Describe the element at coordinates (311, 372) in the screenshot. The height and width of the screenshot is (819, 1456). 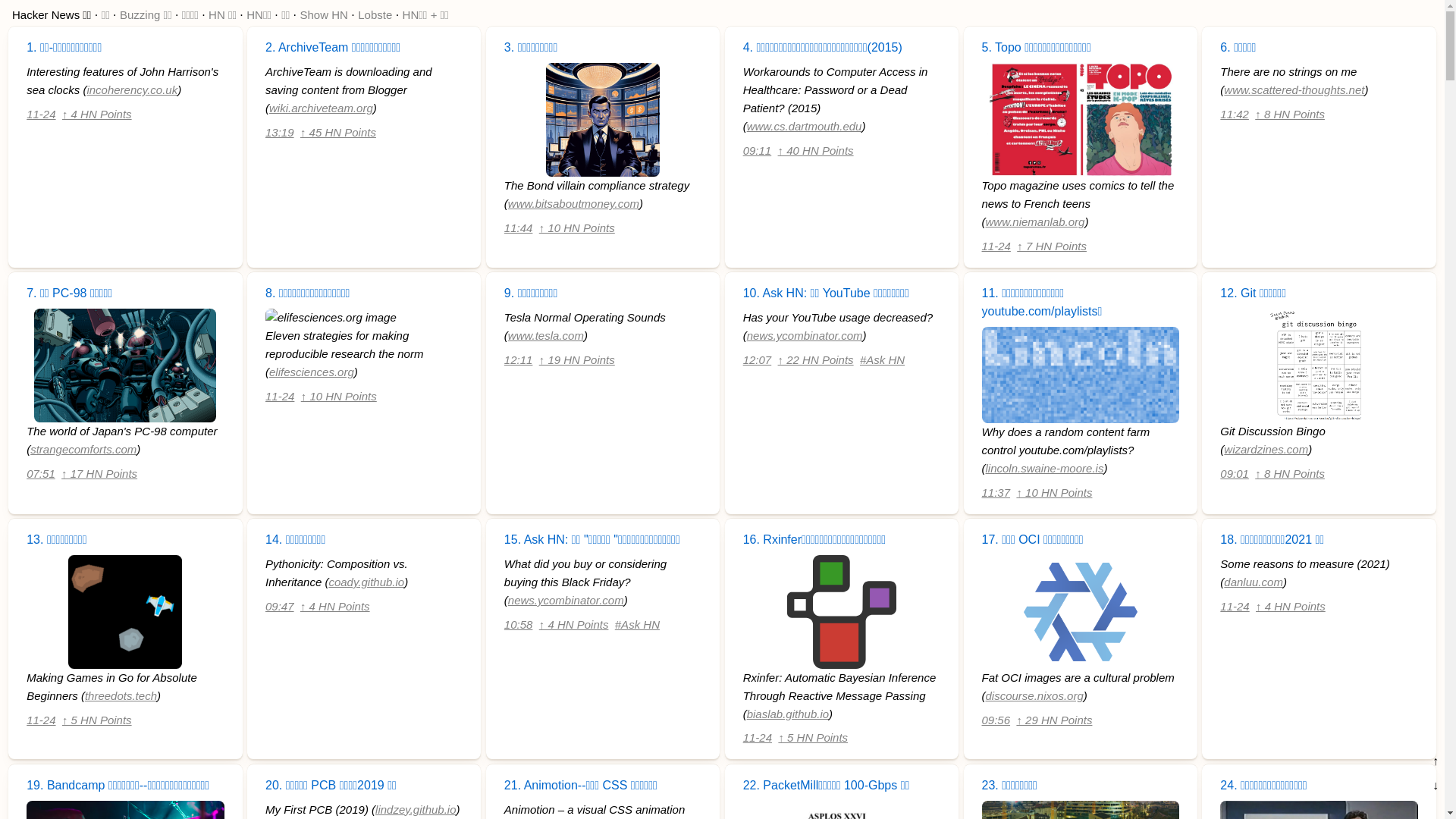
I see `'elifesciences.org'` at that location.